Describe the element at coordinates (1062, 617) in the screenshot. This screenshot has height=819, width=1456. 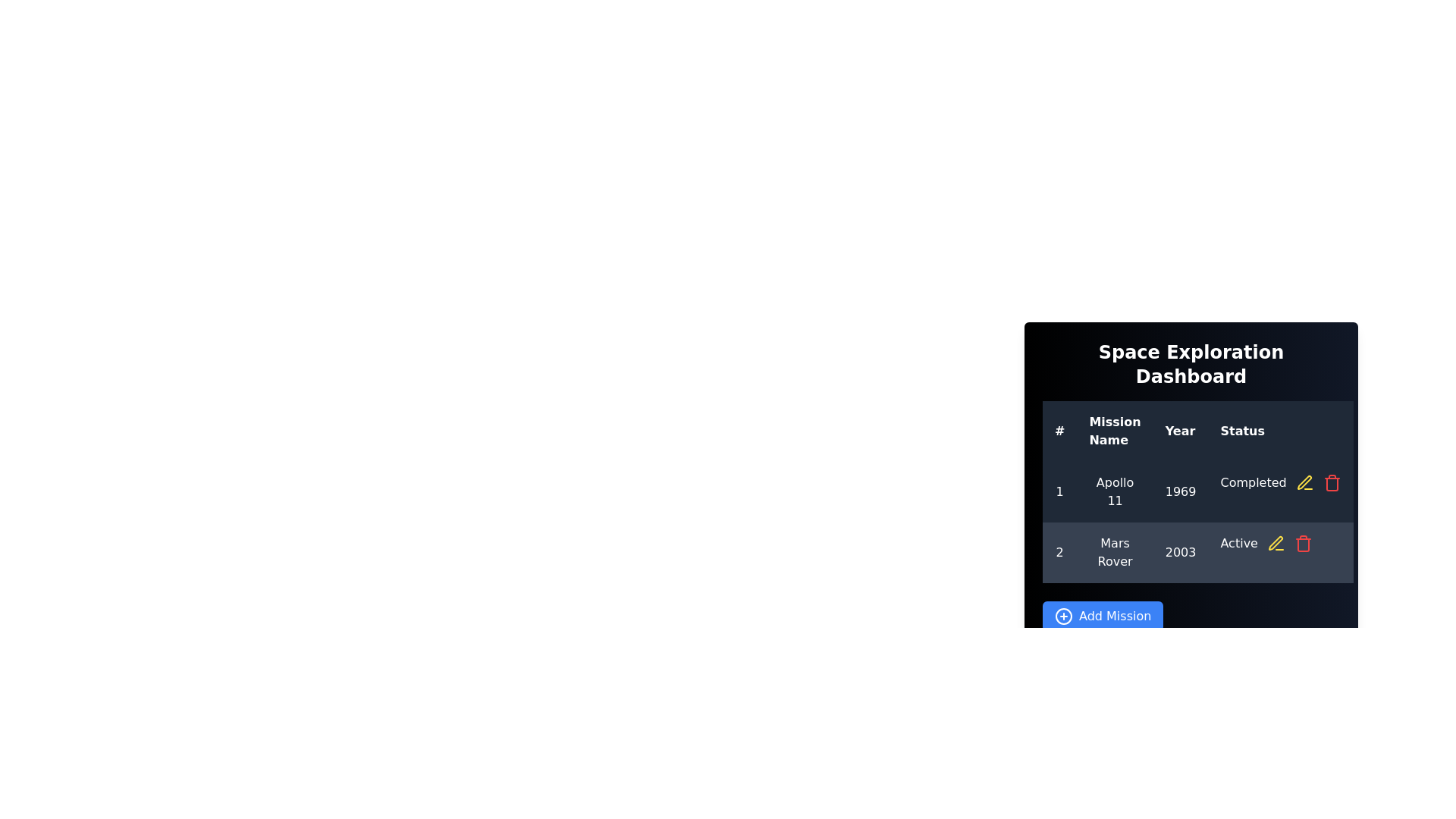
I see `the circular plus icon centered within the blue 'Add Mission' button` at that location.